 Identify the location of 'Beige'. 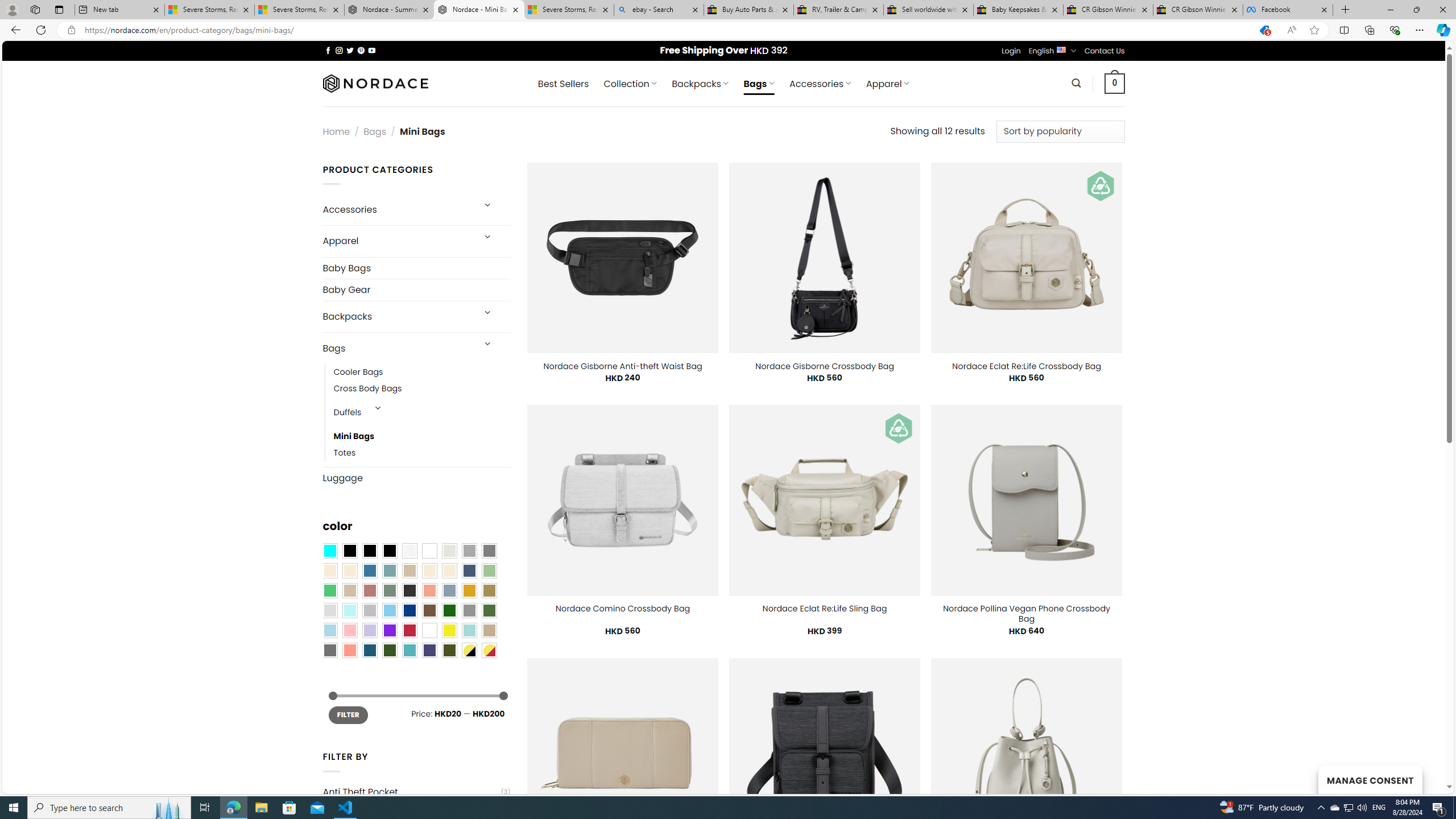
(329, 570).